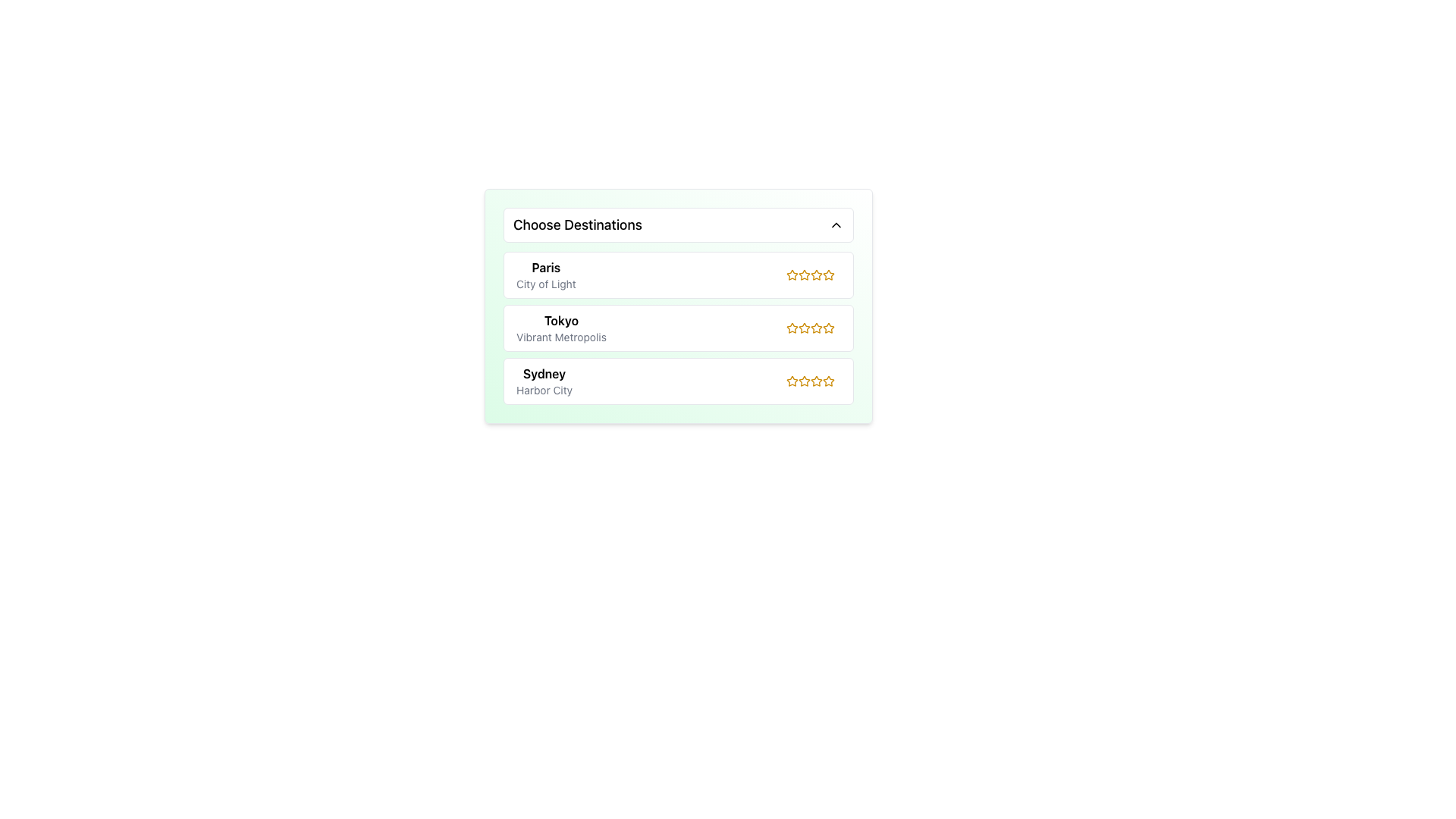 This screenshot has height=819, width=1456. I want to click on the first golden star in the rating section for 'Paris, City of Light' under 'Choose Destinations', so click(828, 275).